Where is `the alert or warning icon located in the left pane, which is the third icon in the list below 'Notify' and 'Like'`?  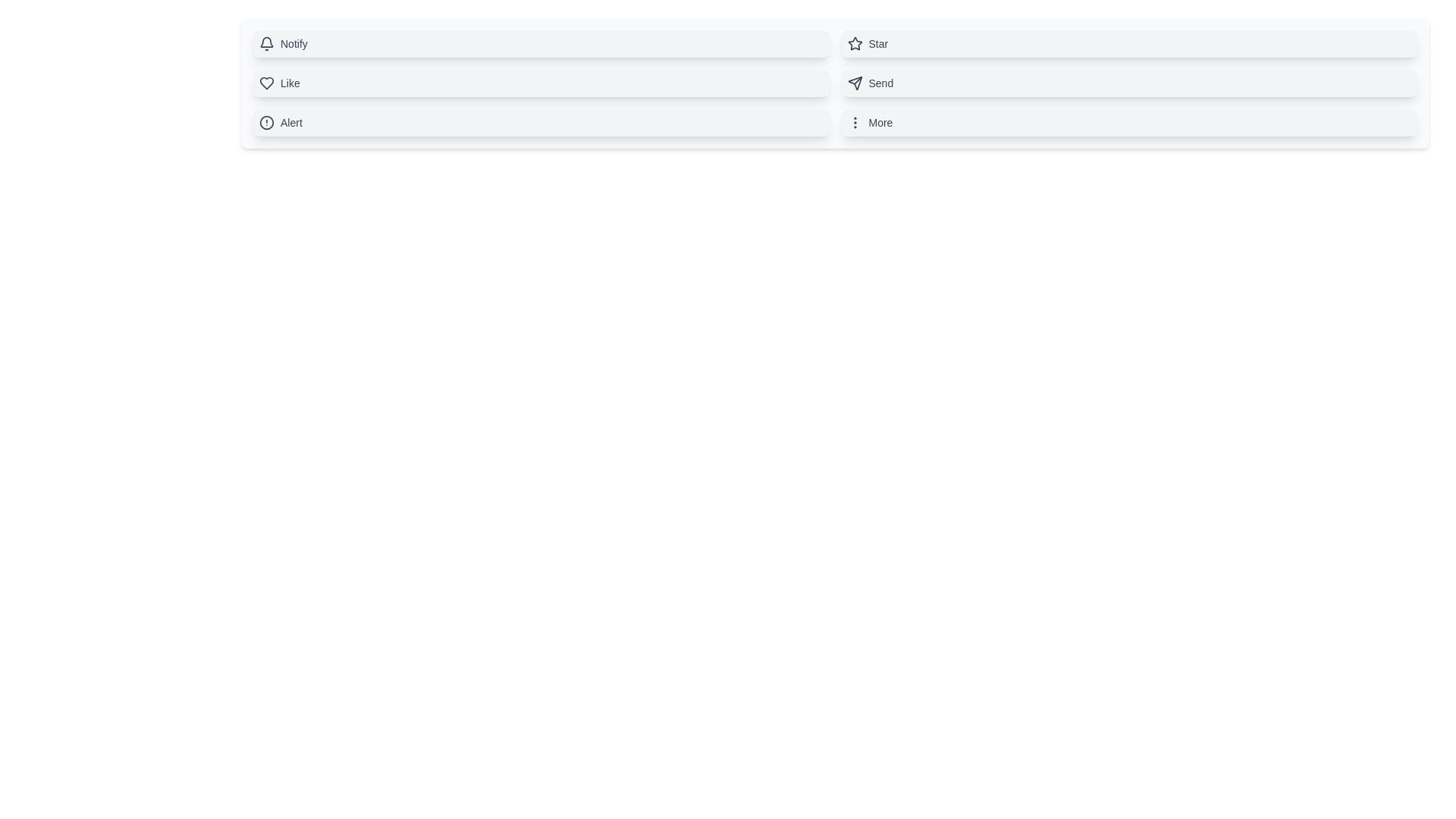
the alert or warning icon located in the left pane, which is the third icon in the list below 'Notify' and 'Like' is located at coordinates (266, 122).